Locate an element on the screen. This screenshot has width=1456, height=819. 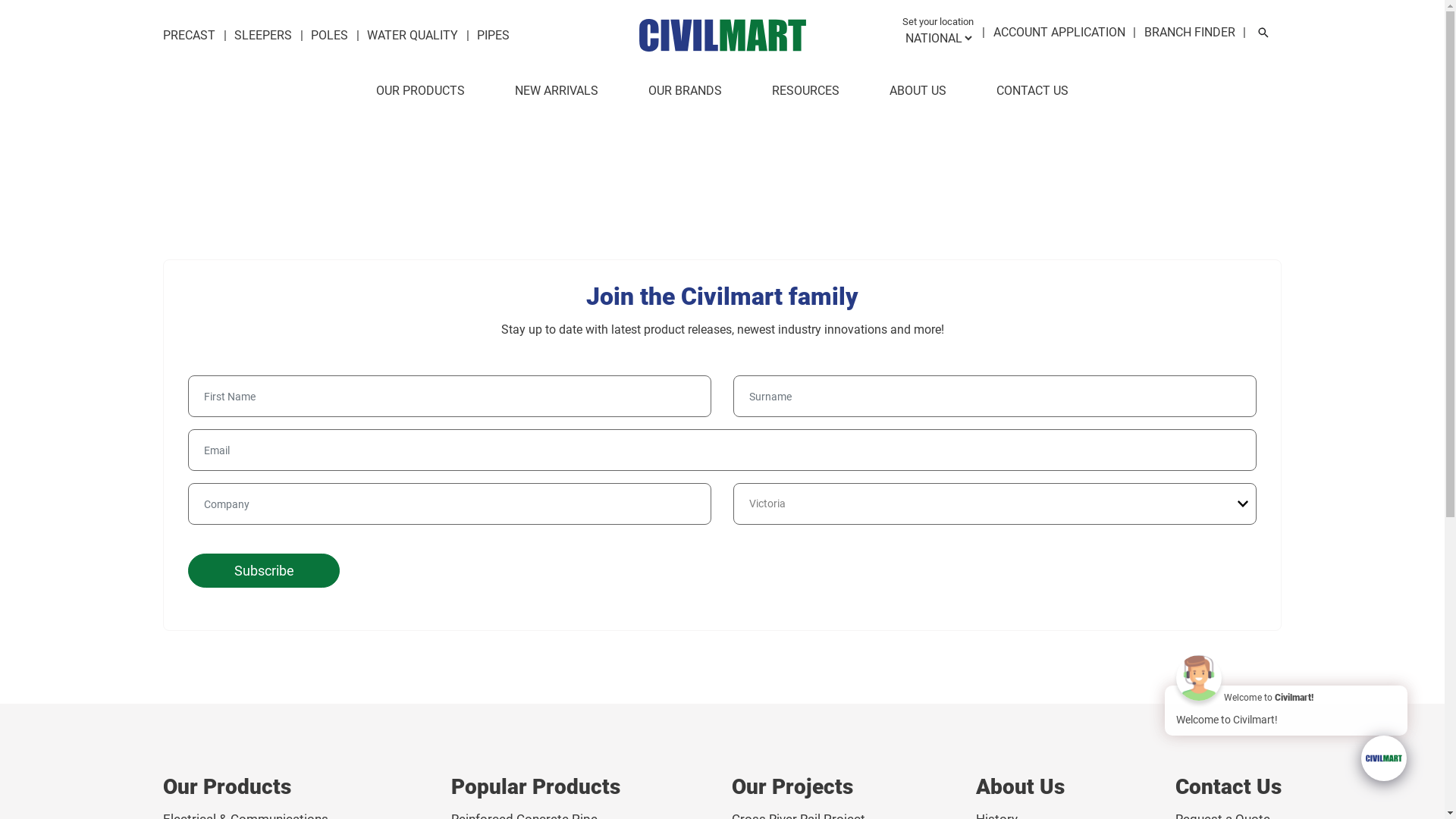
'POLES' is located at coordinates (328, 34).